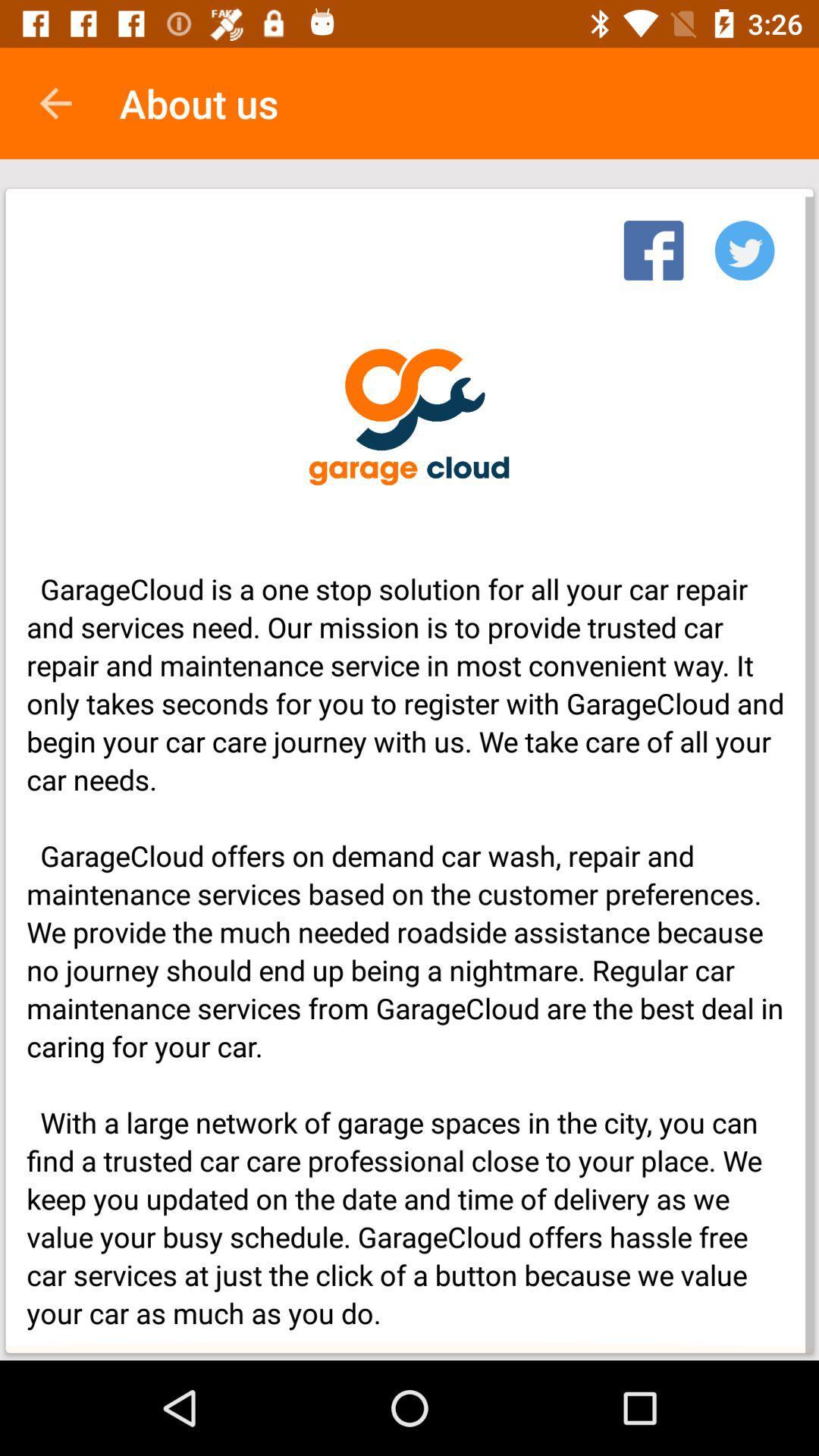 This screenshot has height=1456, width=819. What do you see at coordinates (55, 102) in the screenshot?
I see `the icon to the left of about us` at bounding box center [55, 102].